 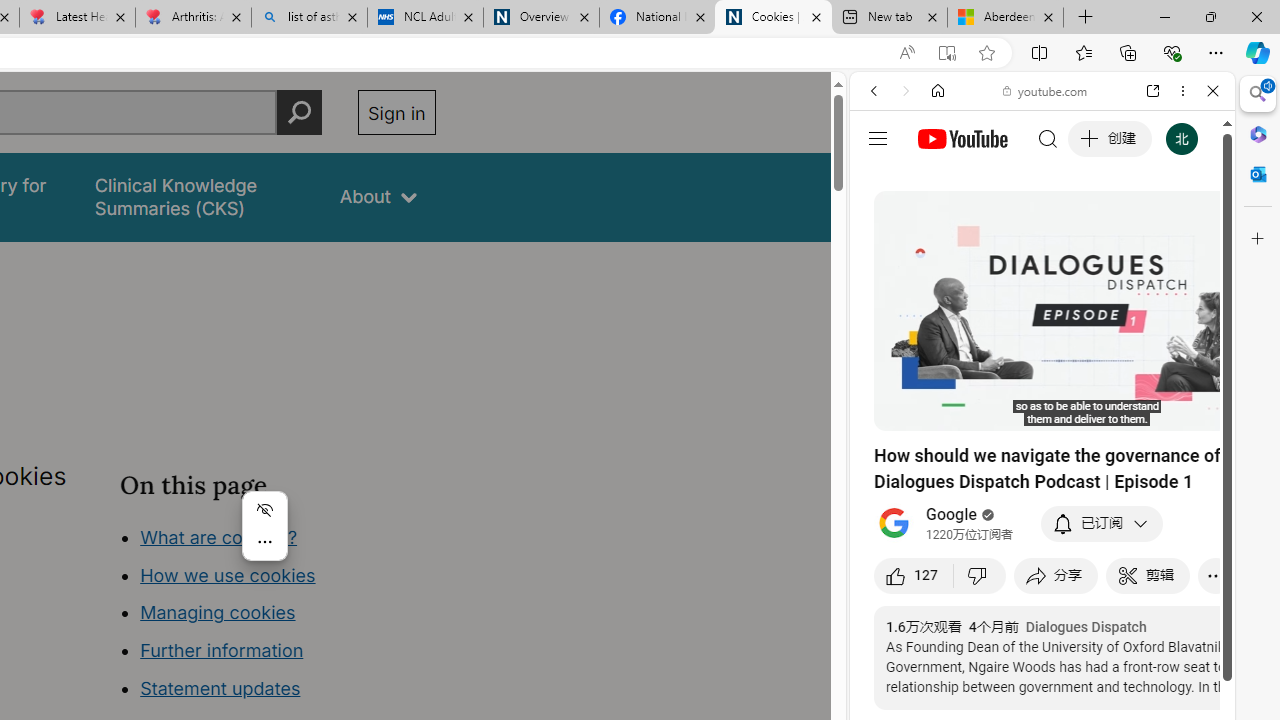 I want to click on 'false', so click(x=199, y=197).